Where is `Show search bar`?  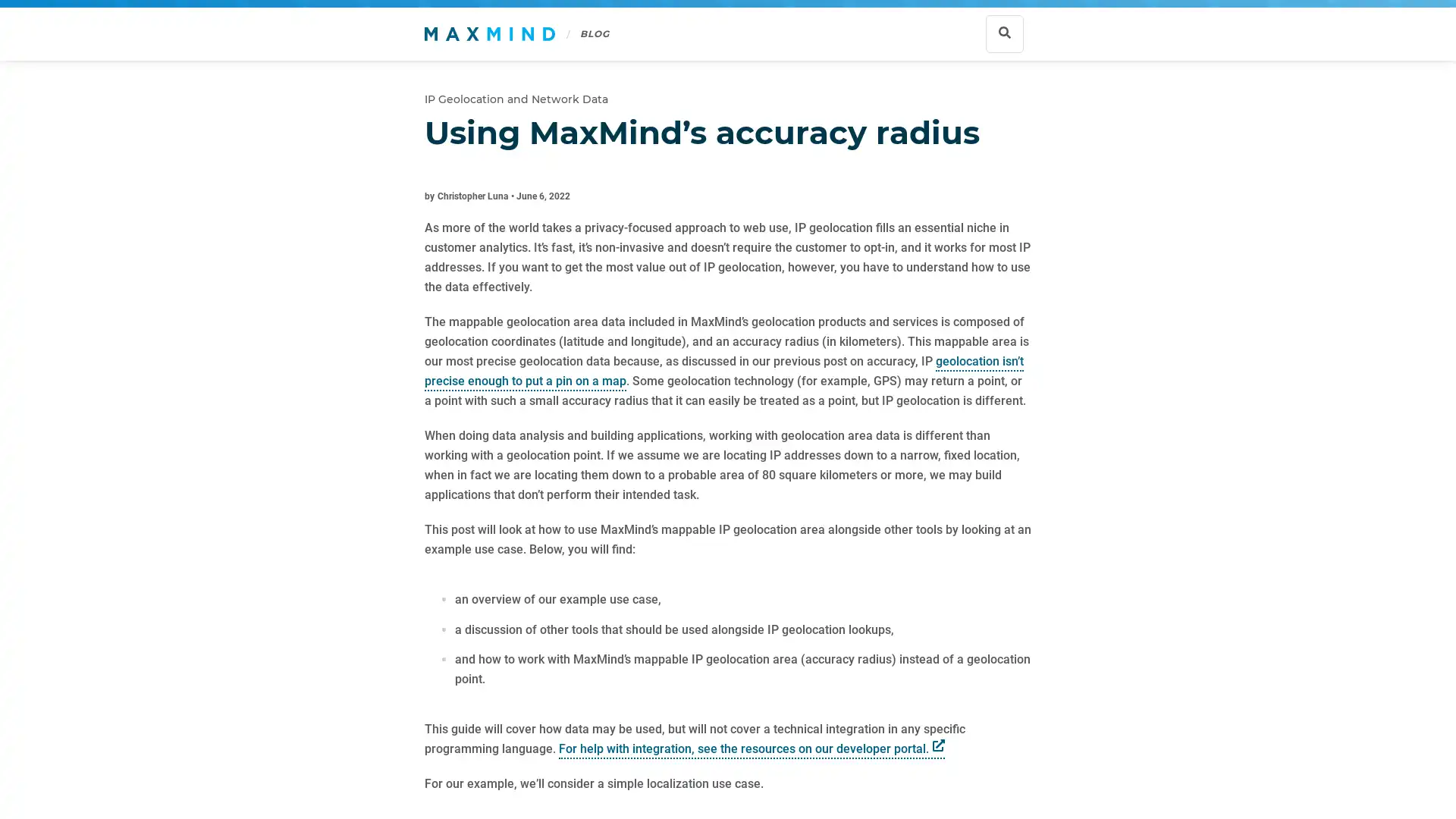 Show search bar is located at coordinates (1004, 34).